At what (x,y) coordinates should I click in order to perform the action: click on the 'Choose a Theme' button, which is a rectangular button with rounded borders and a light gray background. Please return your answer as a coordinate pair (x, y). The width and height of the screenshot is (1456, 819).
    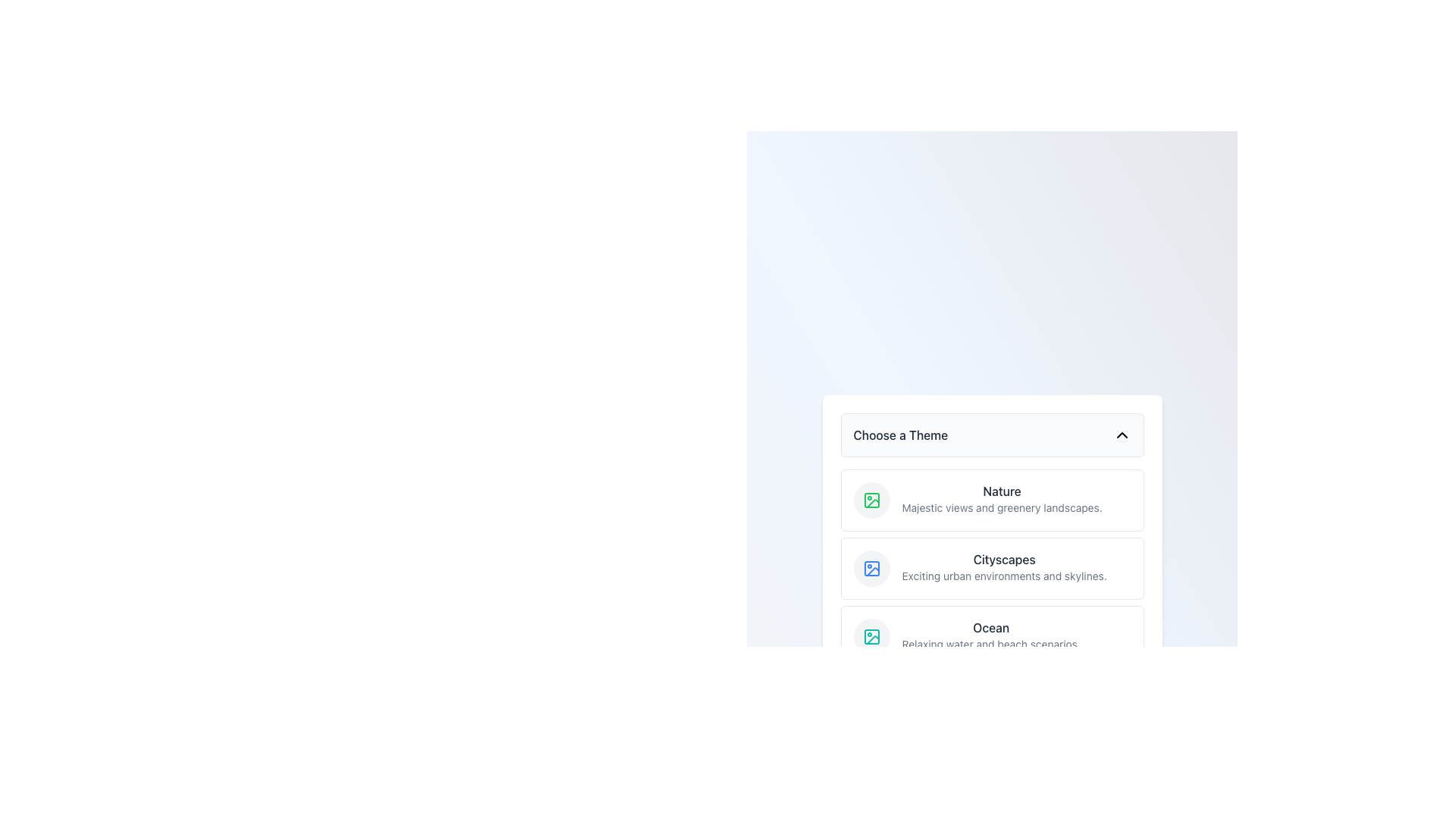
    Looking at the image, I should click on (992, 435).